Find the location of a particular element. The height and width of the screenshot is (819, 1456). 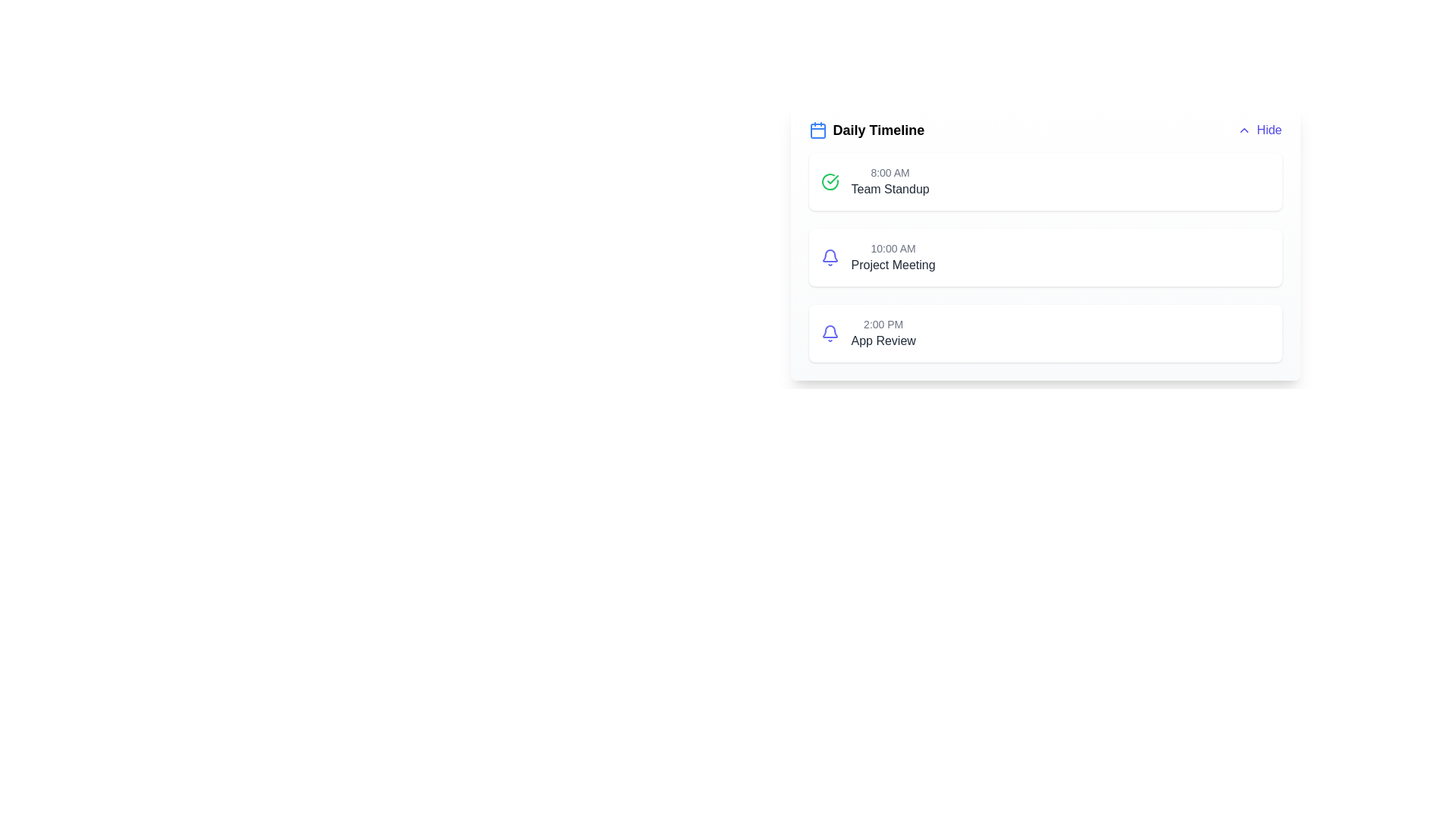

rounded rectangle graphical icon component inside the calendar icon, which is located to the left of the 'Daily Timeline' heading is located at coordinates (817, 130).